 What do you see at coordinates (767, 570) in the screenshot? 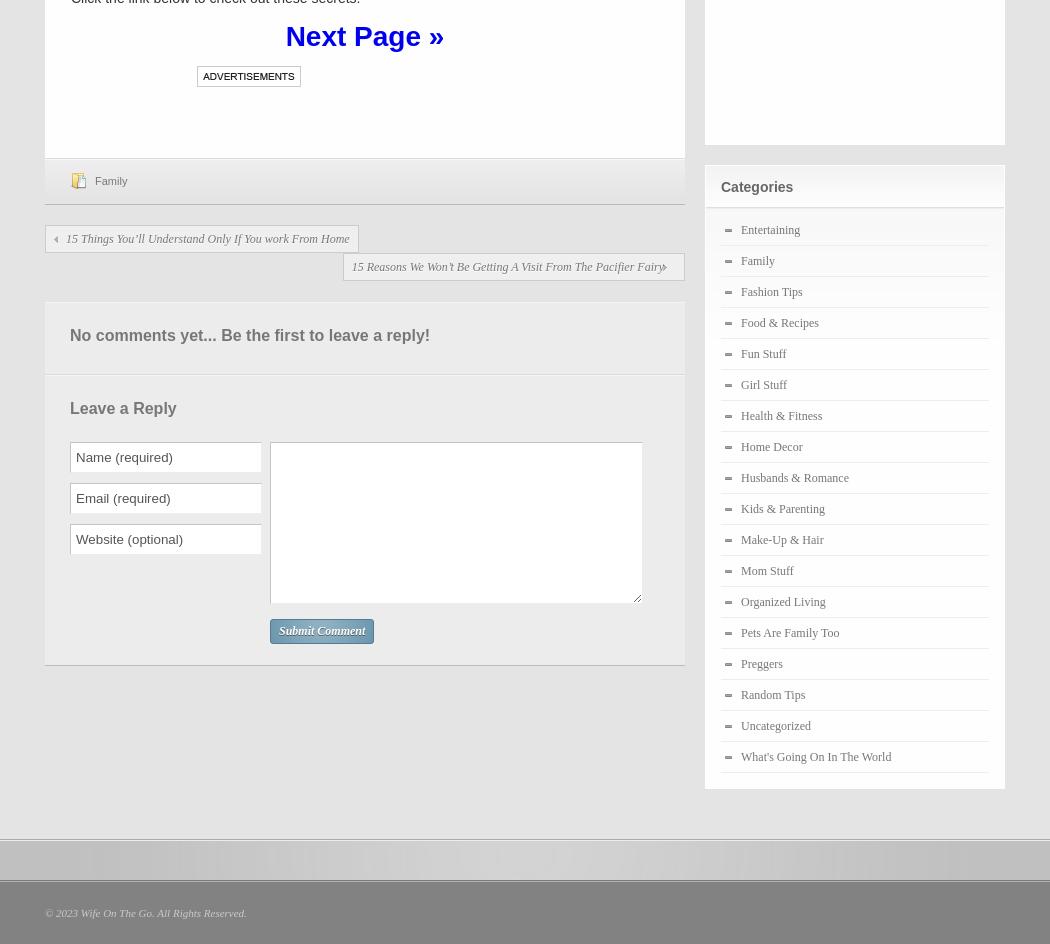
I see `'Mom Stuff'` at bounding box center [767, 570].